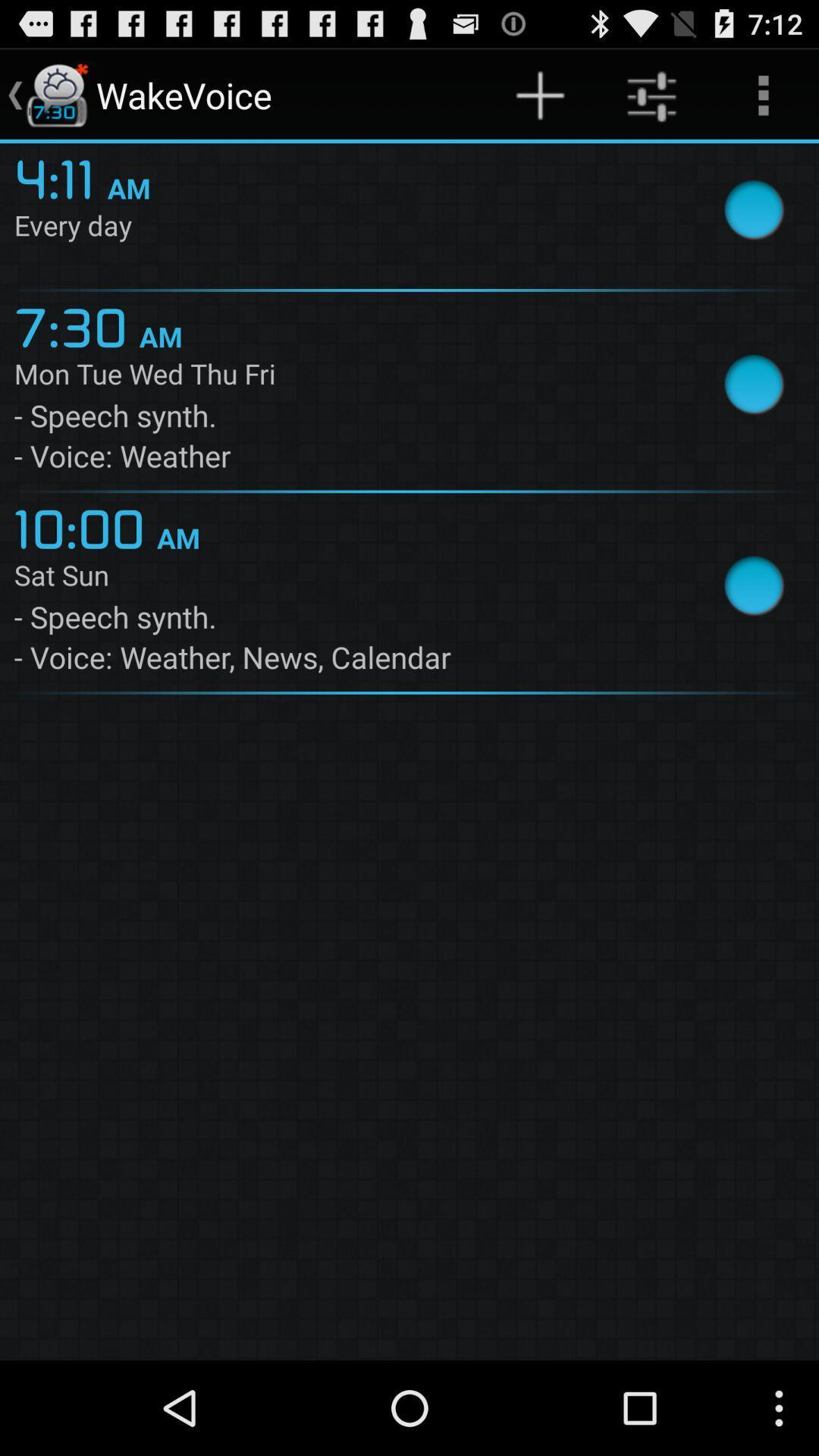 Image resolution: width=819 pixels, height=1456 pixels. What do you see at coordinates (344, 227) in the screenshot?
I see `the every day app` at bounding box center [344, 227].